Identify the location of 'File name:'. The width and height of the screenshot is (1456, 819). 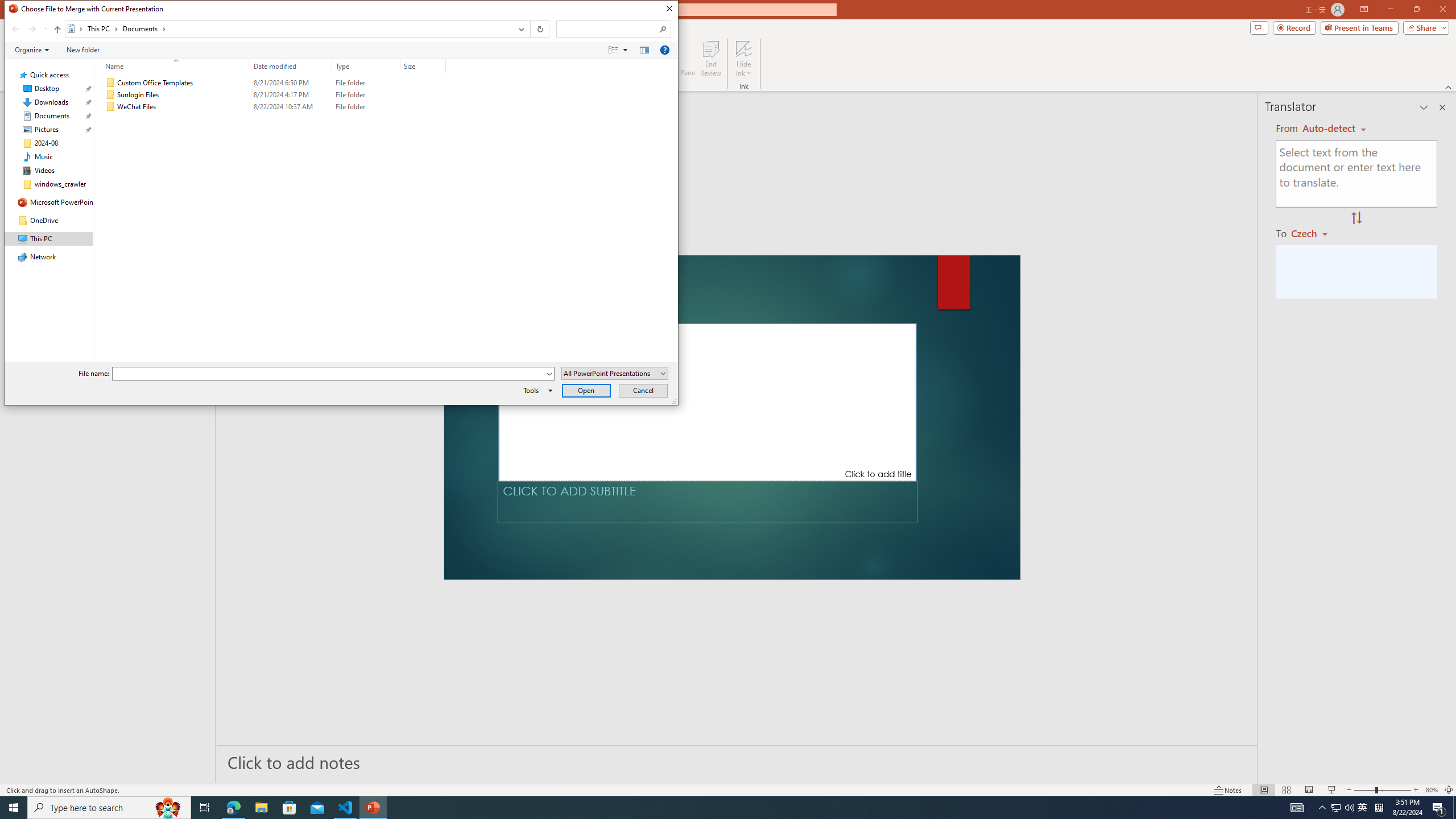
(329, 373).